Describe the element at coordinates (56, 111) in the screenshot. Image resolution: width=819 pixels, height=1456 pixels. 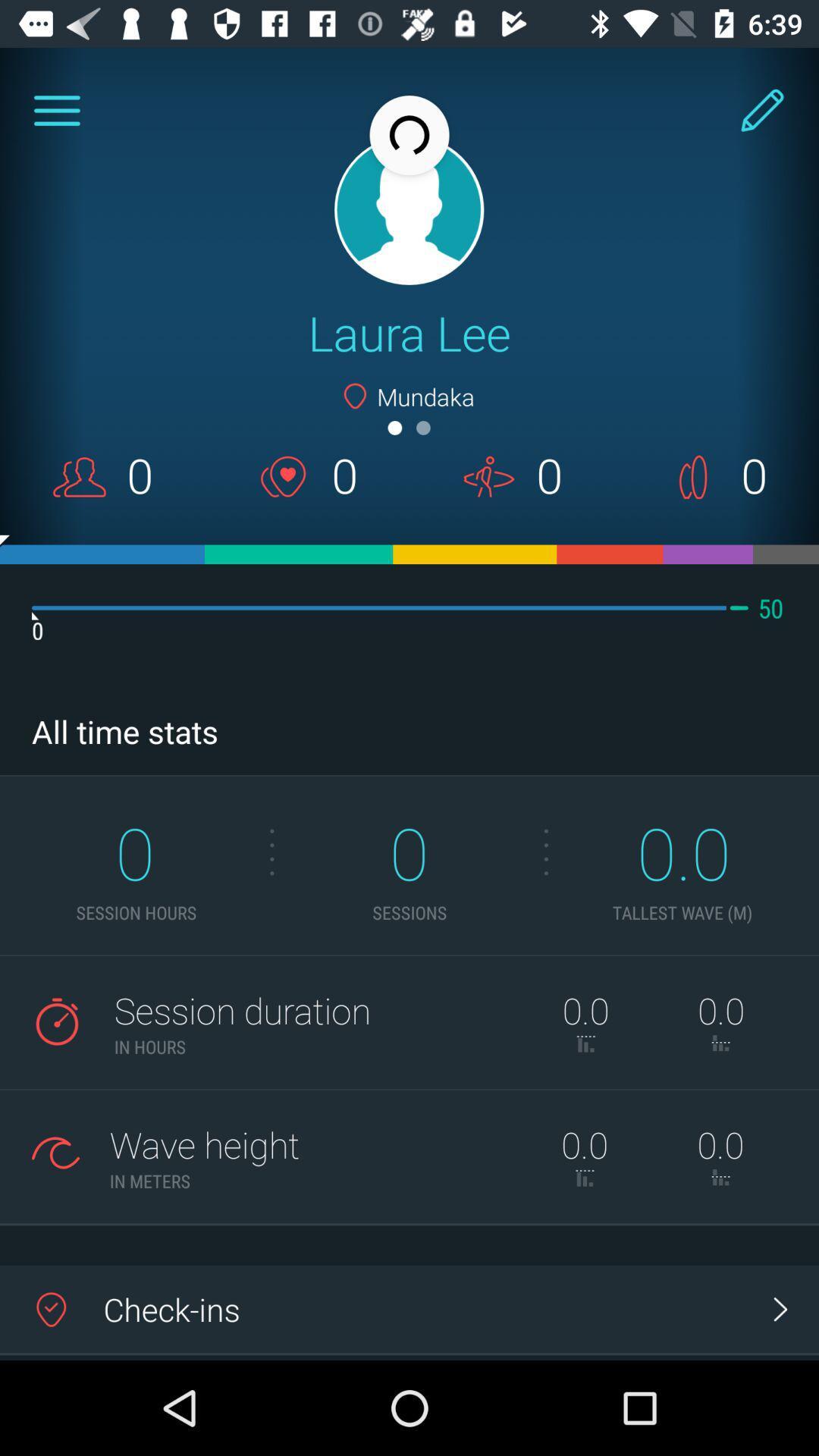
I see `the menu icon` at that location.